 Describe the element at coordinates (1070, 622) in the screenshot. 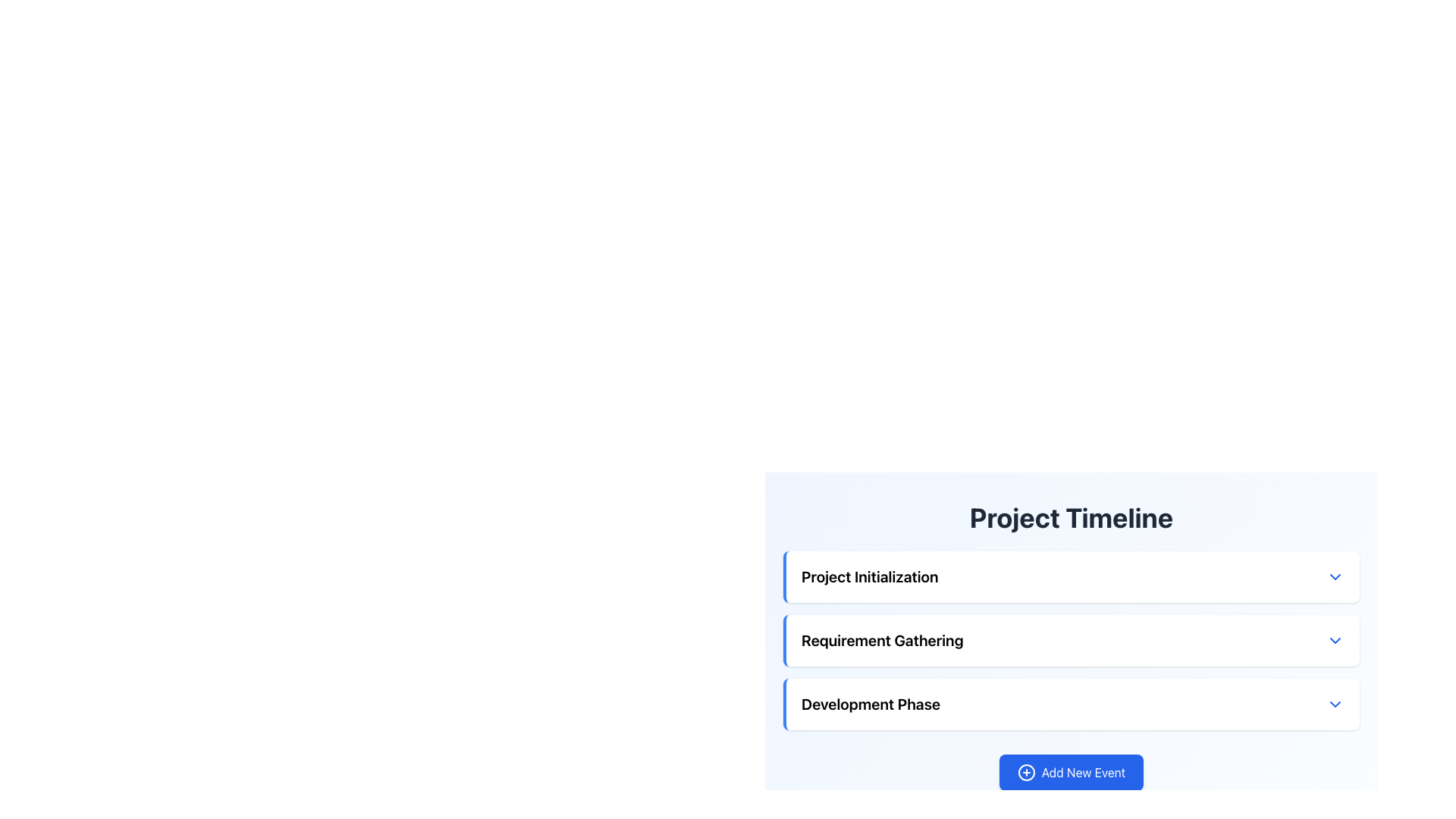

I see `the 'Requirement Gathering' collapsible menu option located under the 'Project Timeline' section` at that location.